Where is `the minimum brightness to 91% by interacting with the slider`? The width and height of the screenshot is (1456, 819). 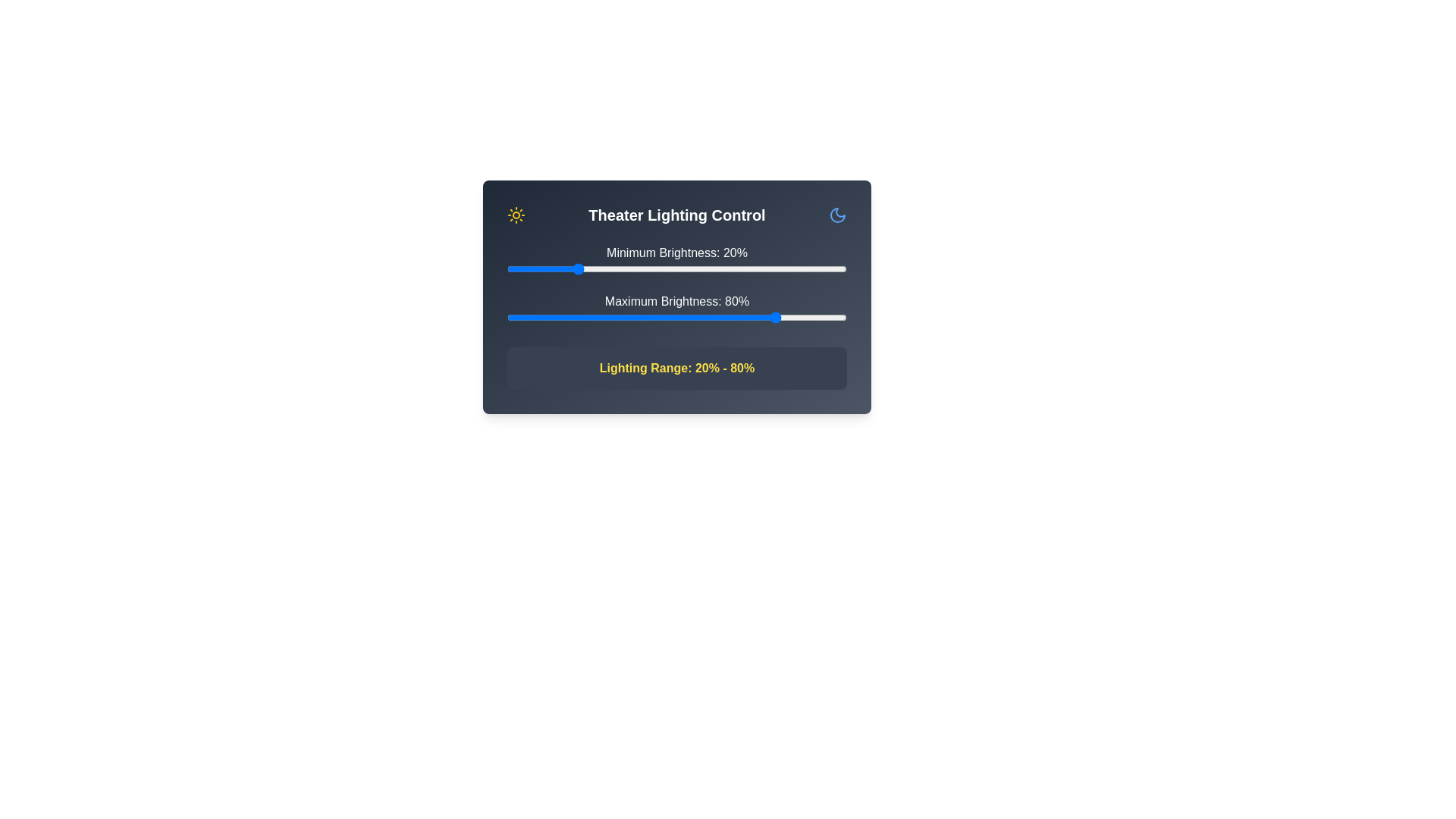 the minimum brightness to 91% by interacting with the slider is located at coordinates (815, 268).